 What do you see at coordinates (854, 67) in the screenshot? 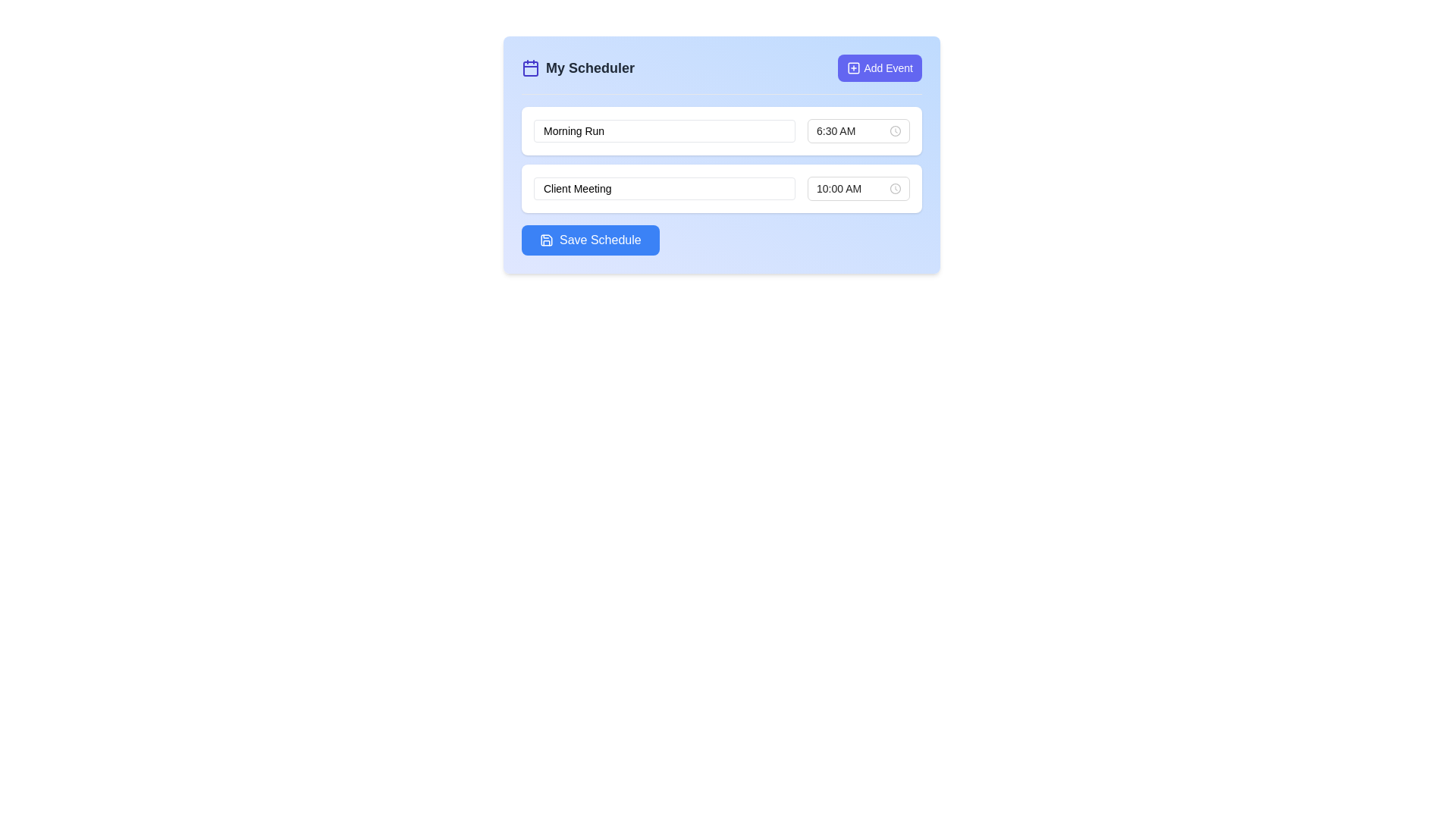
I see `the small icon resembling a square with a plus sign centered within it, which is part of the 'Add Event' button located in the top-right corner of the card` at bounding box center [854, 67].